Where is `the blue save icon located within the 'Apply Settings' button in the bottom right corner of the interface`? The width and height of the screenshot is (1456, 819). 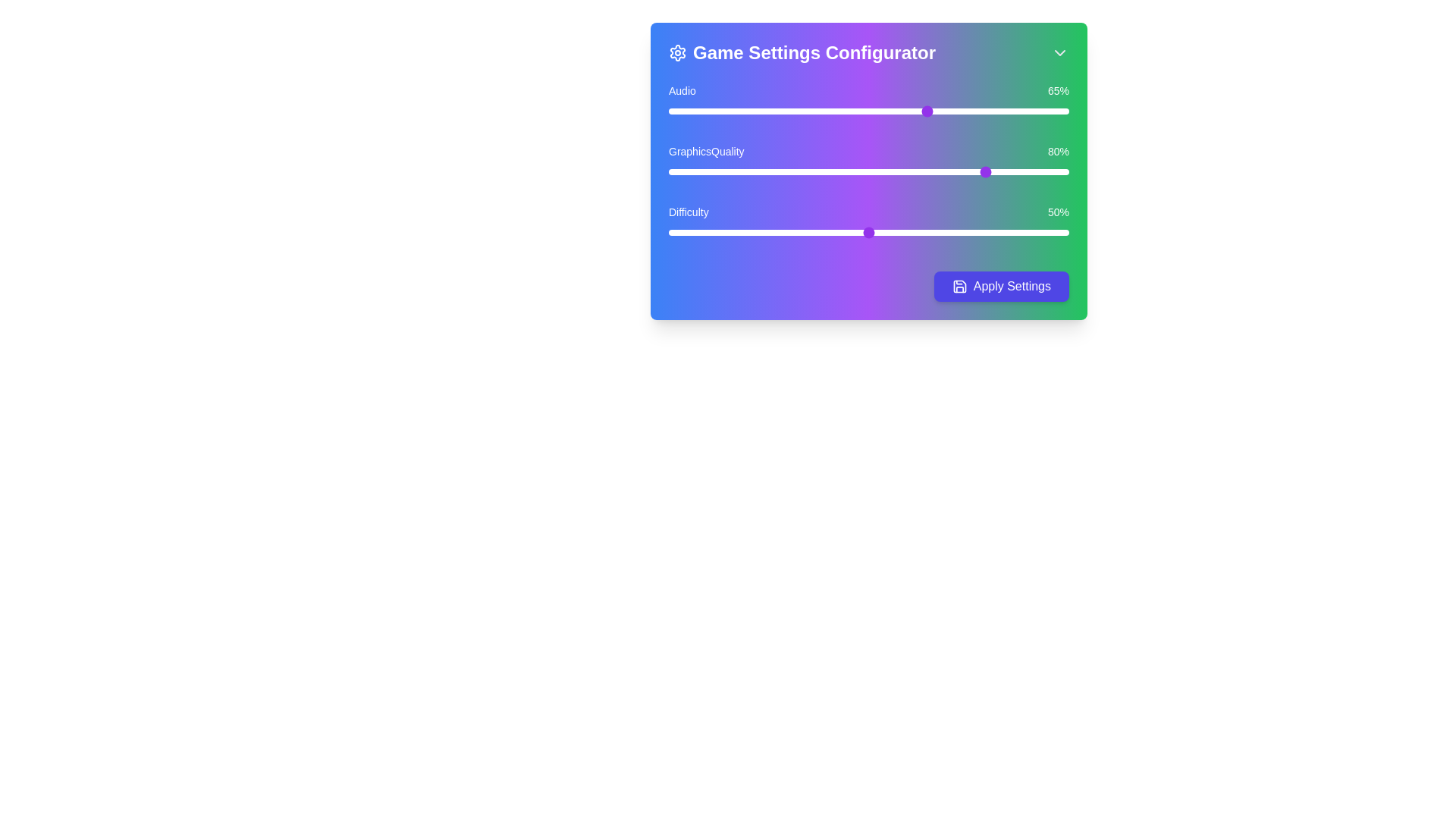
the blue save icon located within the 'Apply Settings' button in the bottom right corner of the interface is located at coordinates (959, 287).